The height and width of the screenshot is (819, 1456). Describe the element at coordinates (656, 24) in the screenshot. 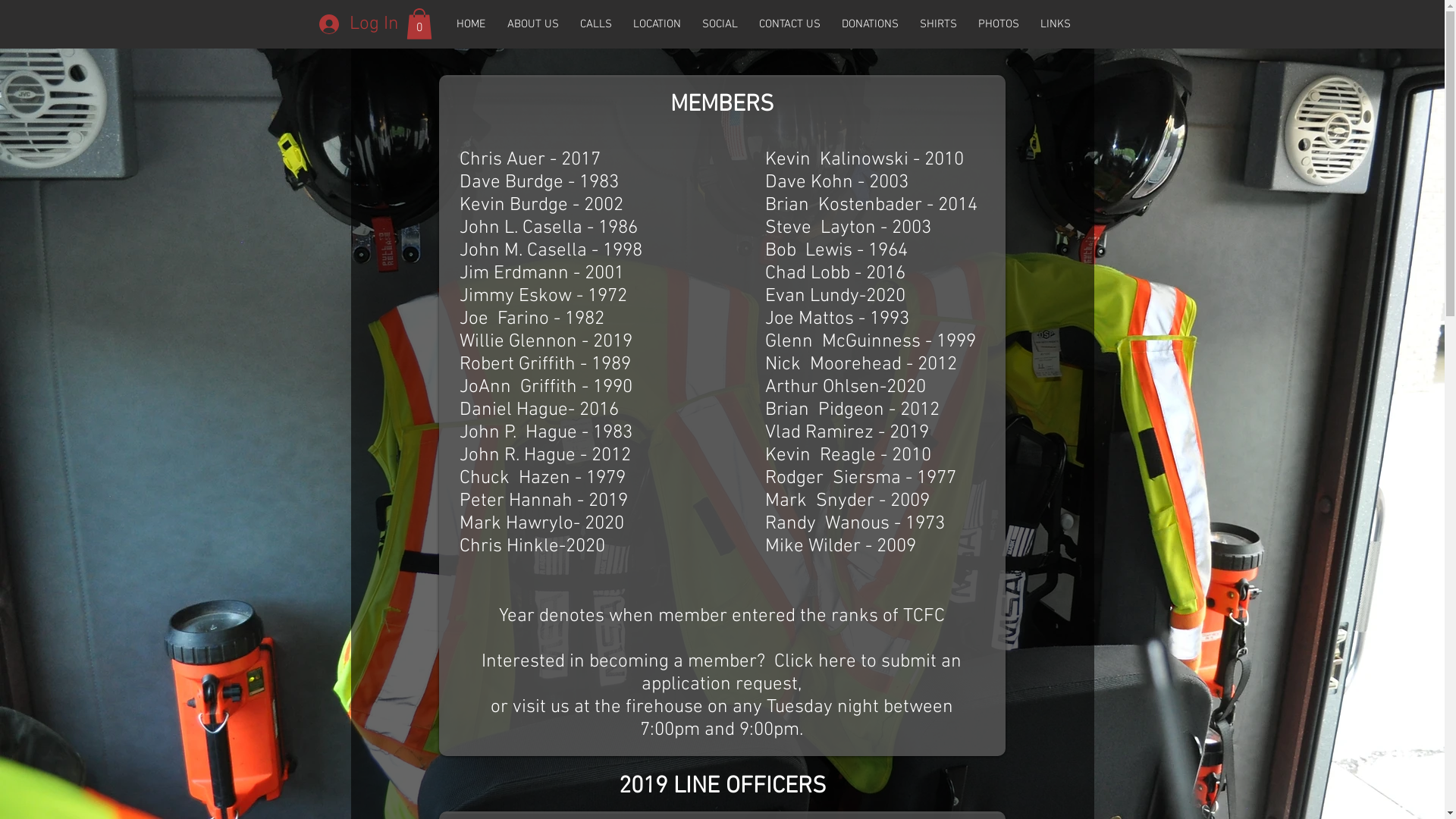

I see `'LOCATION'` at that location.